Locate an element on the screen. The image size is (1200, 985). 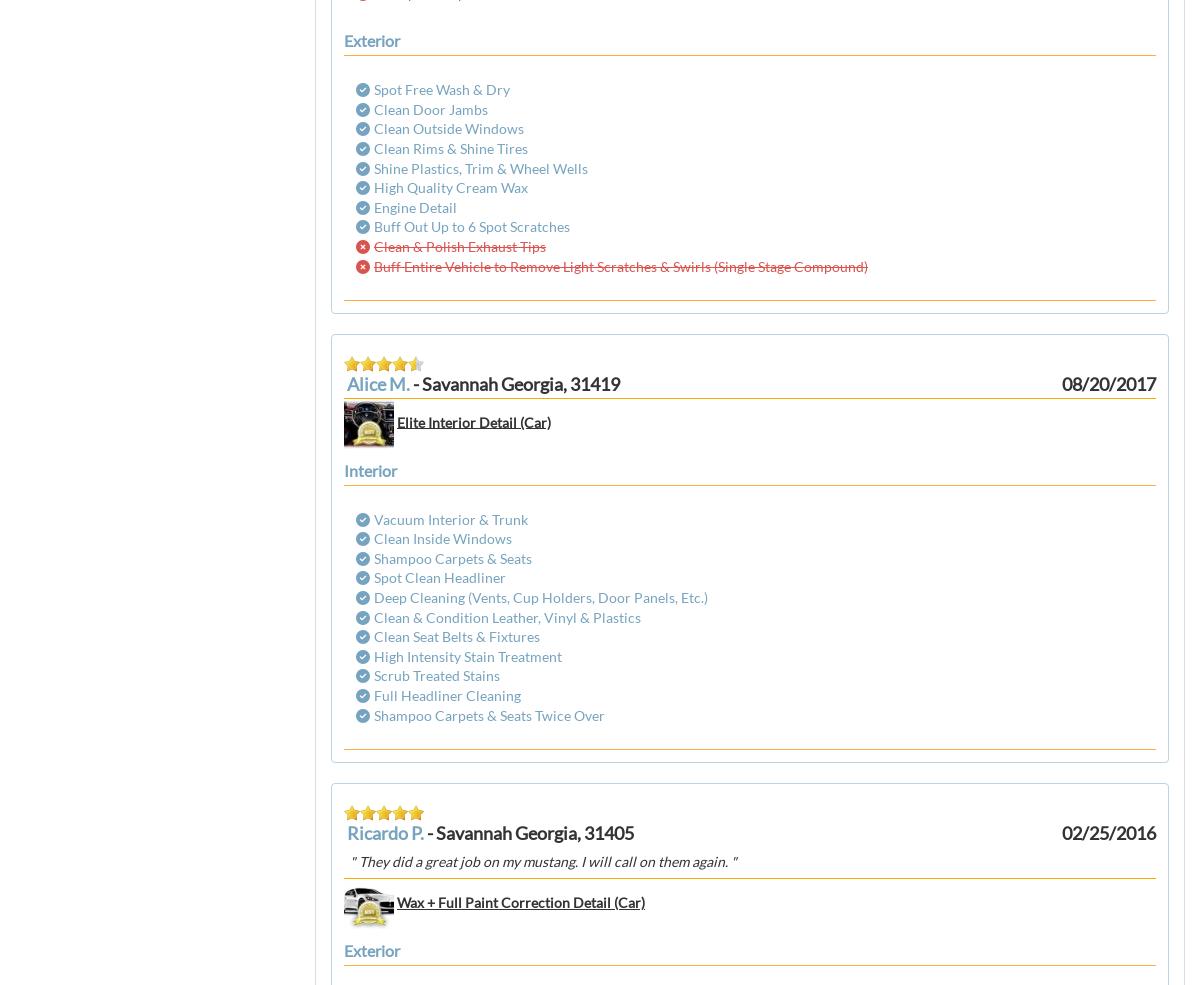
'interior' is located at coordinates (344, 468).